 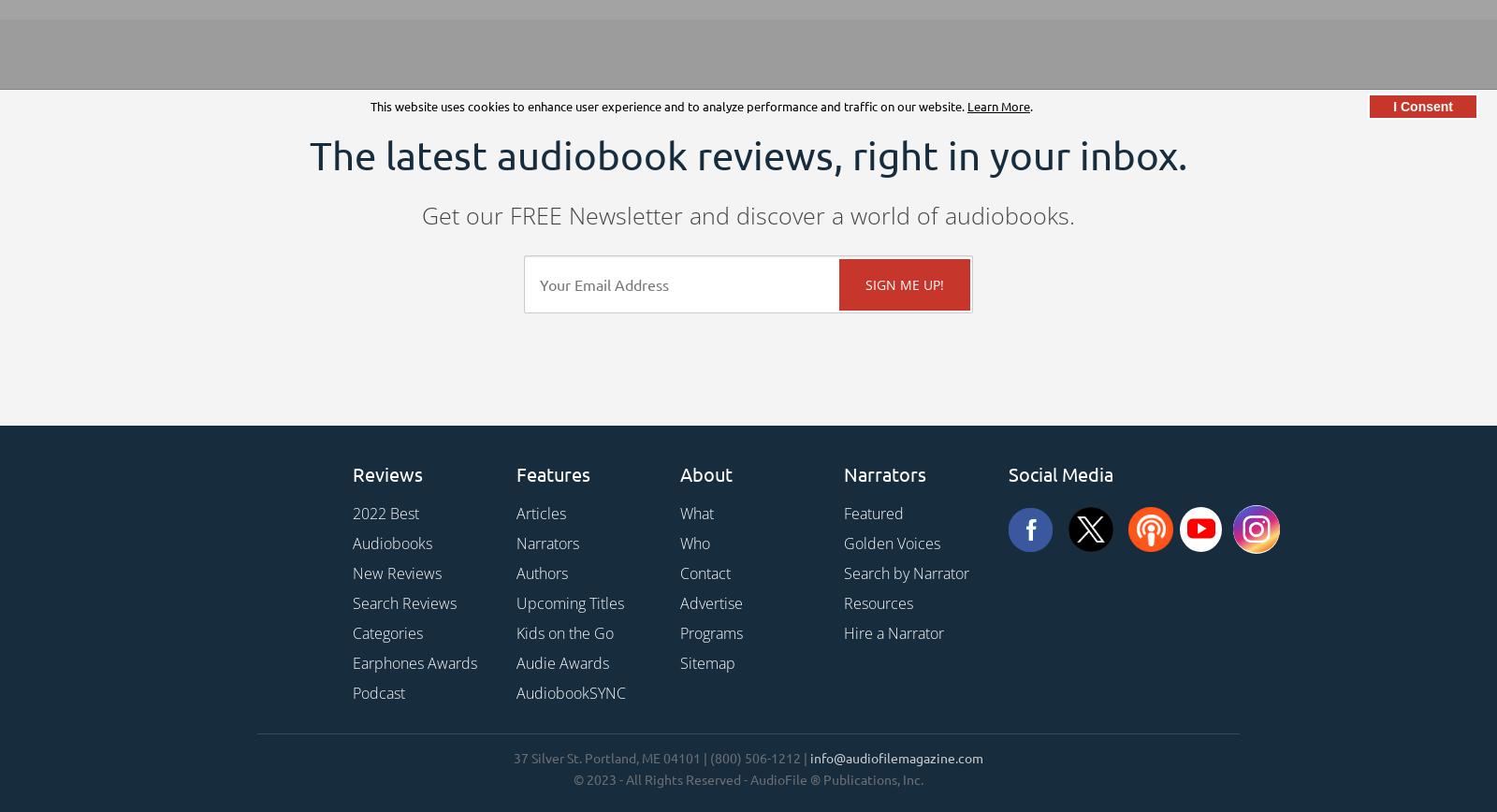 I want to click on 'Get our FREE Newsletter and discover a world of audiobooks.', so click(x=748, y=215).